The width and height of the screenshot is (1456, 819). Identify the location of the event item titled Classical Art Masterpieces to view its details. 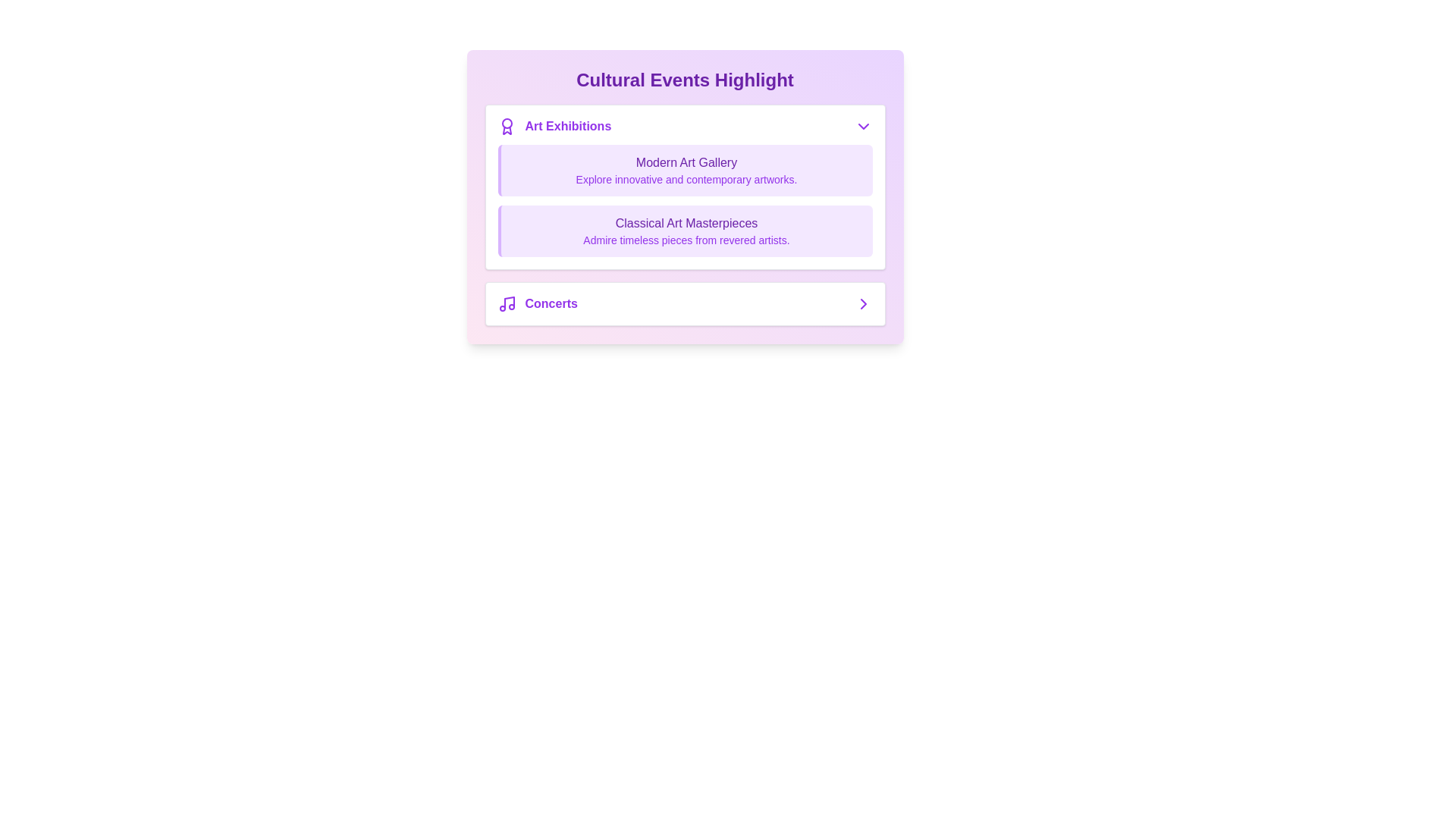
(684, 231).